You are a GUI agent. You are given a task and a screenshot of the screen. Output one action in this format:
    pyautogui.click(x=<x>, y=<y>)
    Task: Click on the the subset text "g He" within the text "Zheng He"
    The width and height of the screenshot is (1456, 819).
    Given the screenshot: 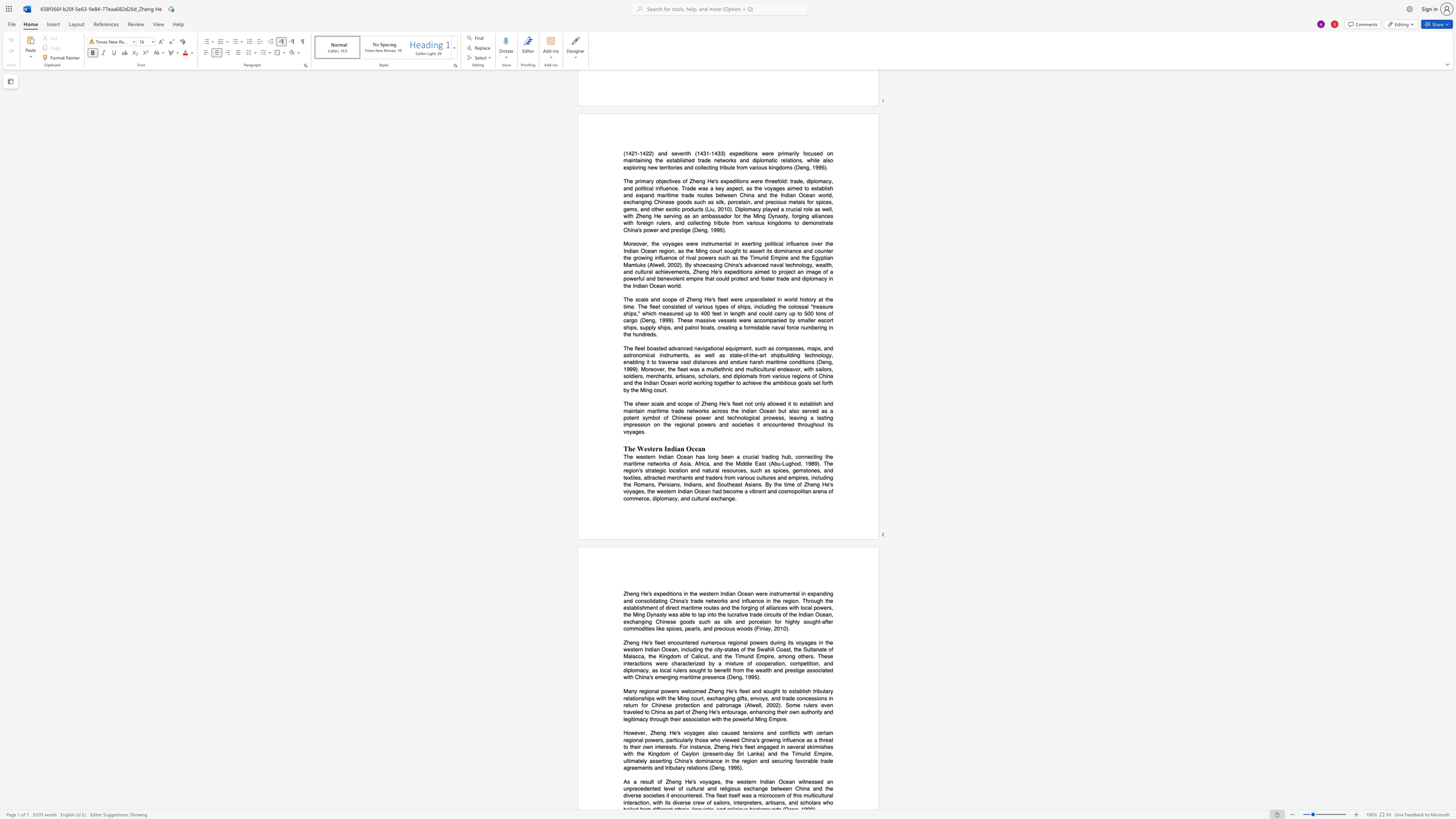 What is the action you would take?
    pyautogui.click(x=636, y=593)
    